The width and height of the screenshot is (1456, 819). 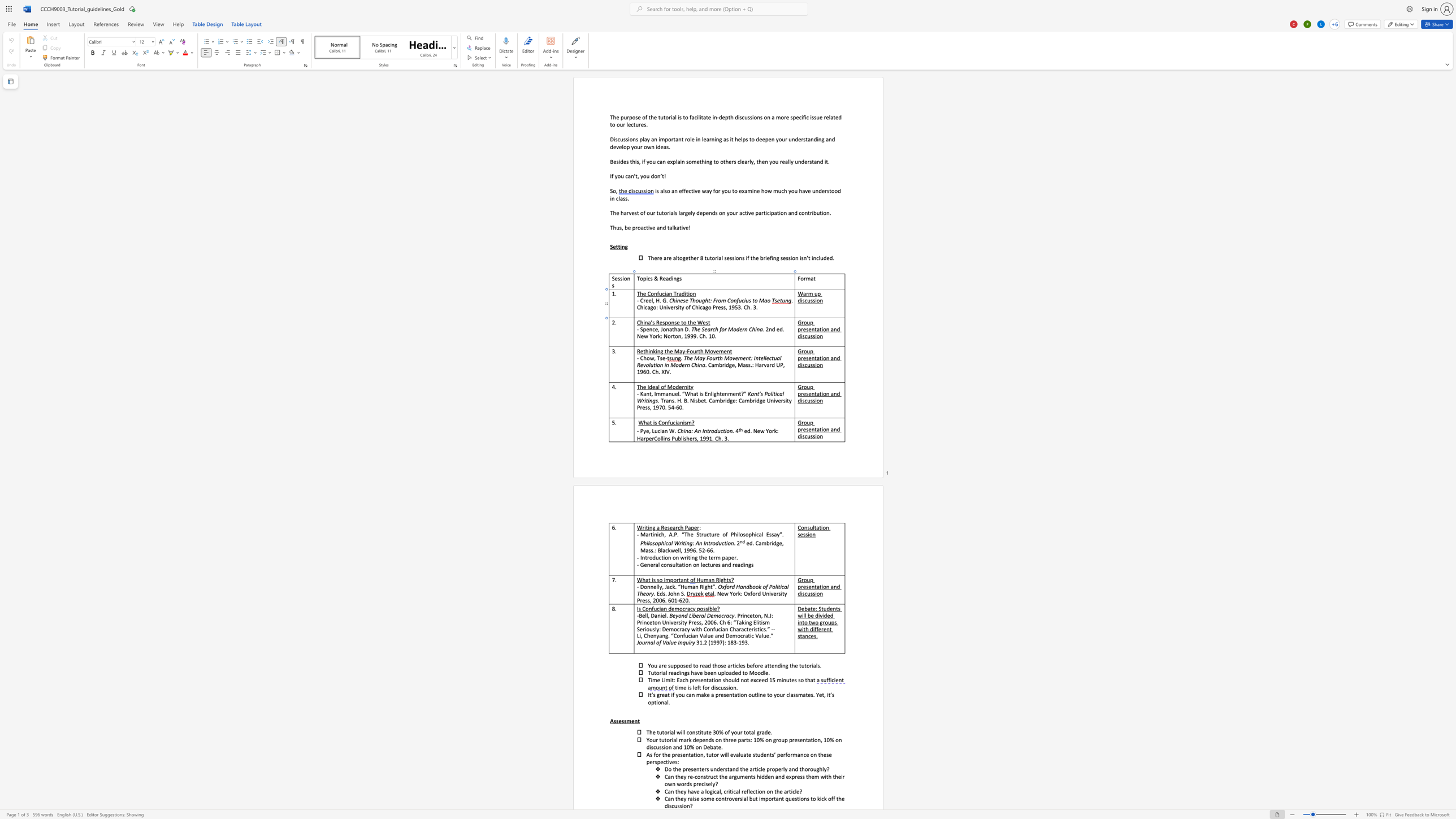 What do you see at coordinates (671, 278) in the screenshot?
I see `the space between the continuous character "d" and "i" in the text` at bounding box center [671, 278].